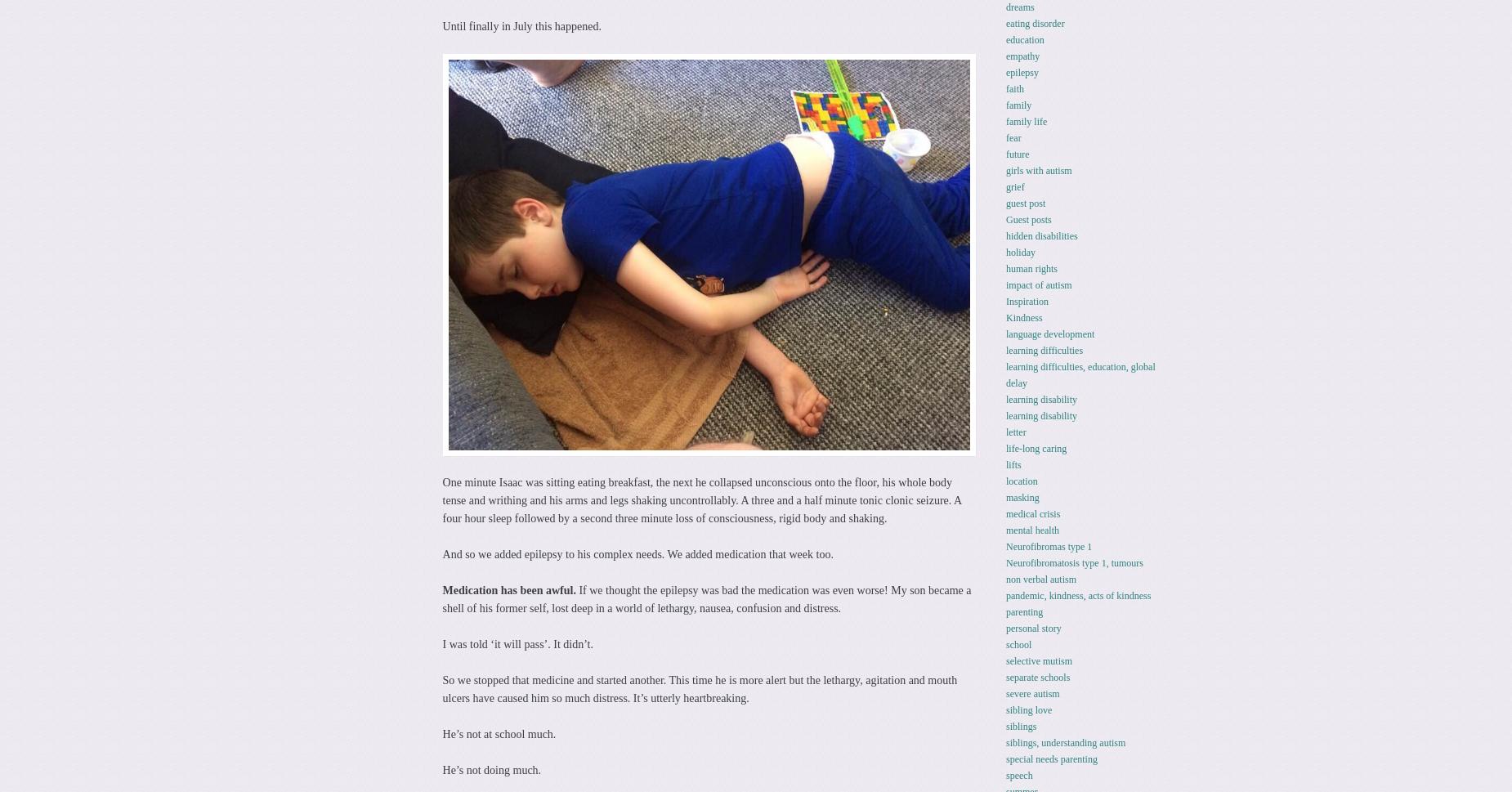 This screenshot has height=792, width=1512. I want to click on 'letter', so click(1004, 431).